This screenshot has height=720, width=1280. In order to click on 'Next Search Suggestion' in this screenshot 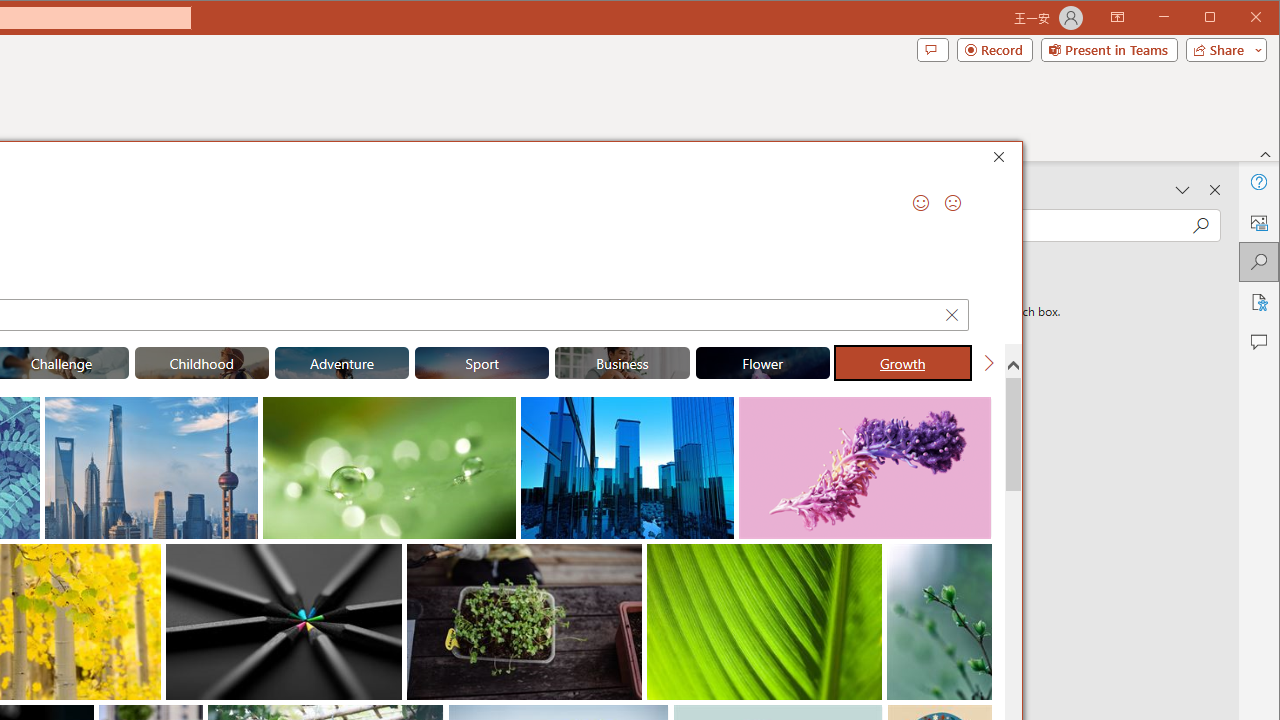, I will do `click(988, 362)`.